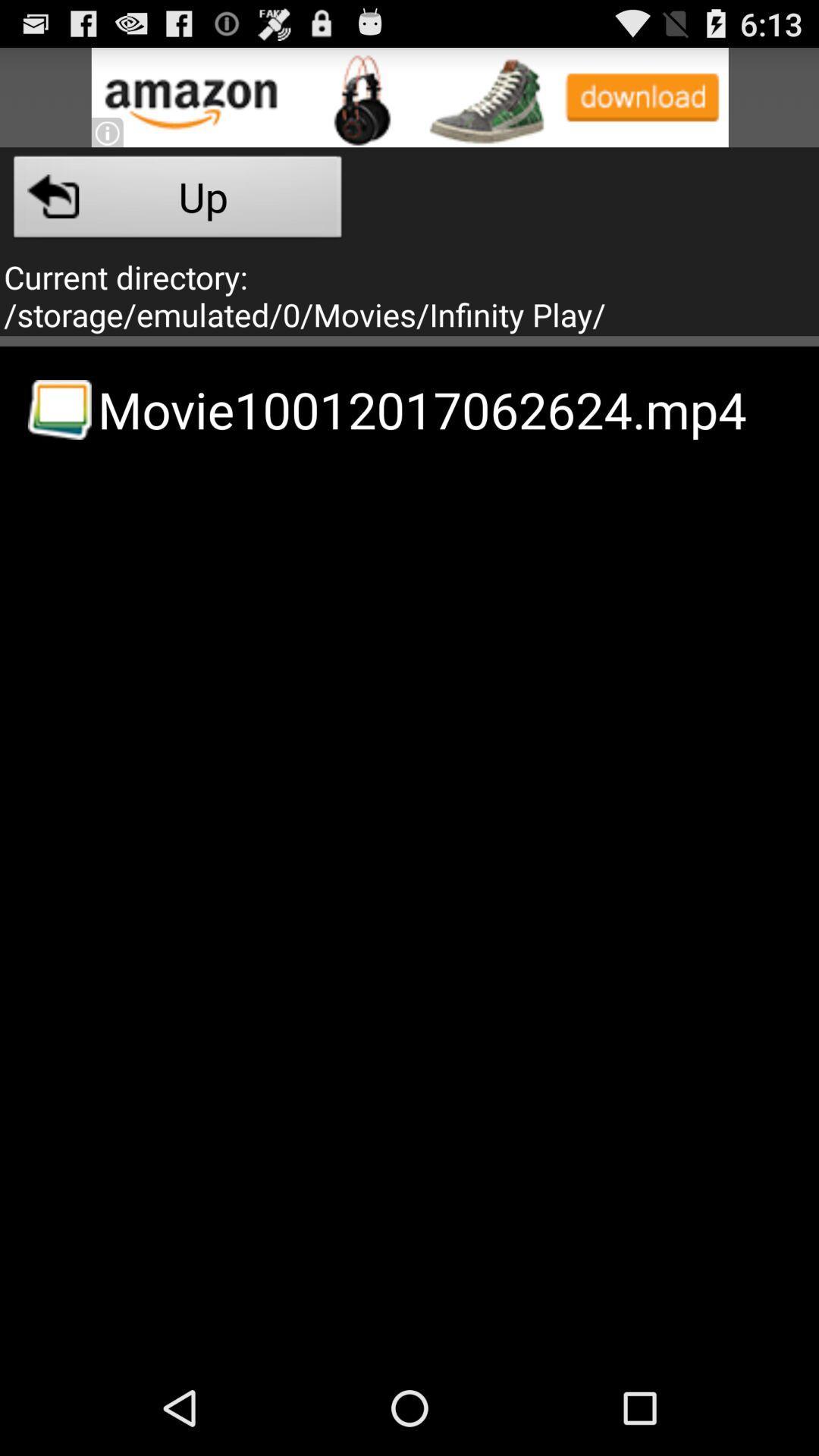  Describe the element at coordinates (409, 96) in the screenshot. I see `advertisement` at that location.